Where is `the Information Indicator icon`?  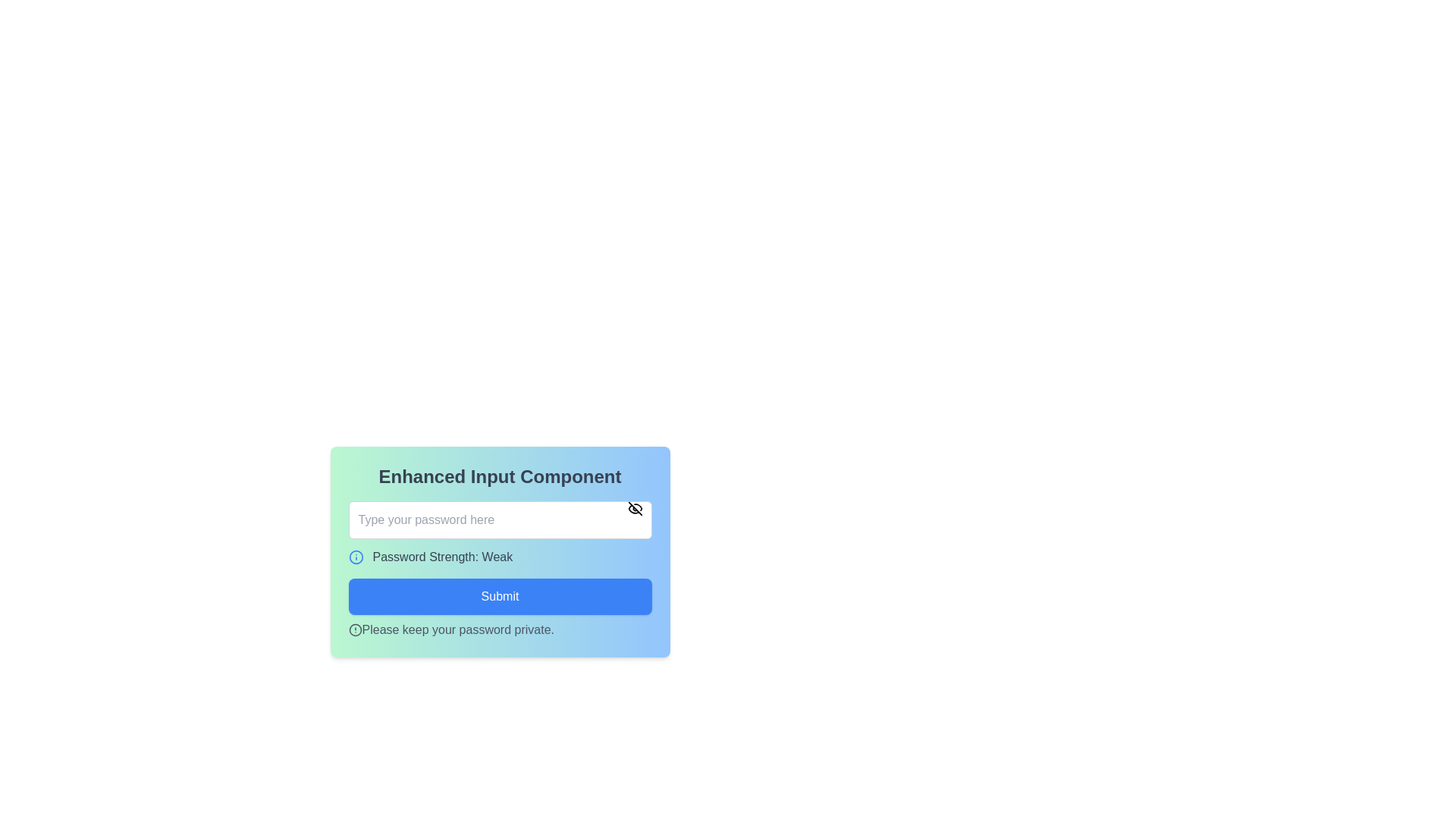
the Information Indicator icon is located at coordinates (355, 557).